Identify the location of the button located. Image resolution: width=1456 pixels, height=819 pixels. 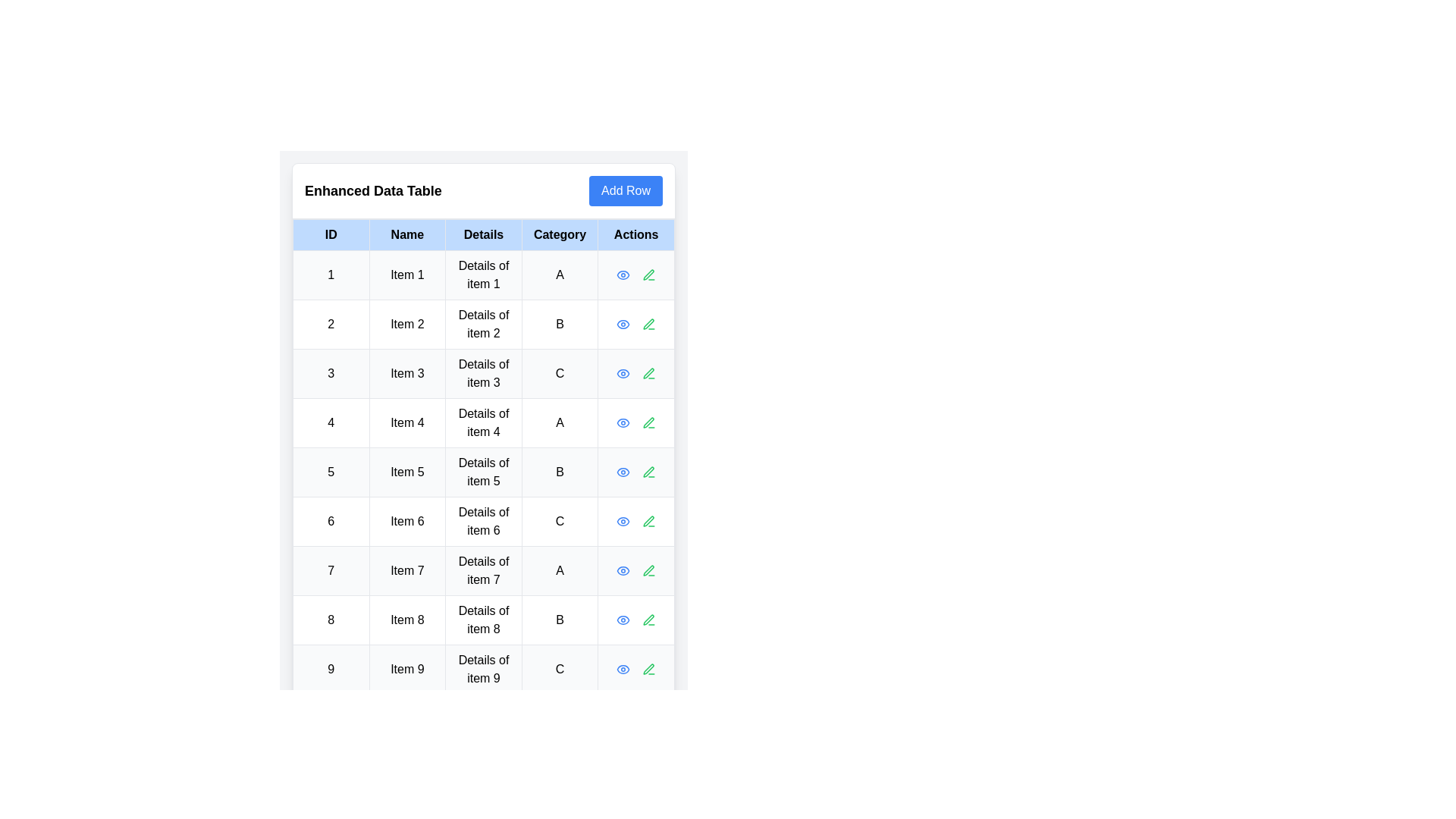
(626, 190).